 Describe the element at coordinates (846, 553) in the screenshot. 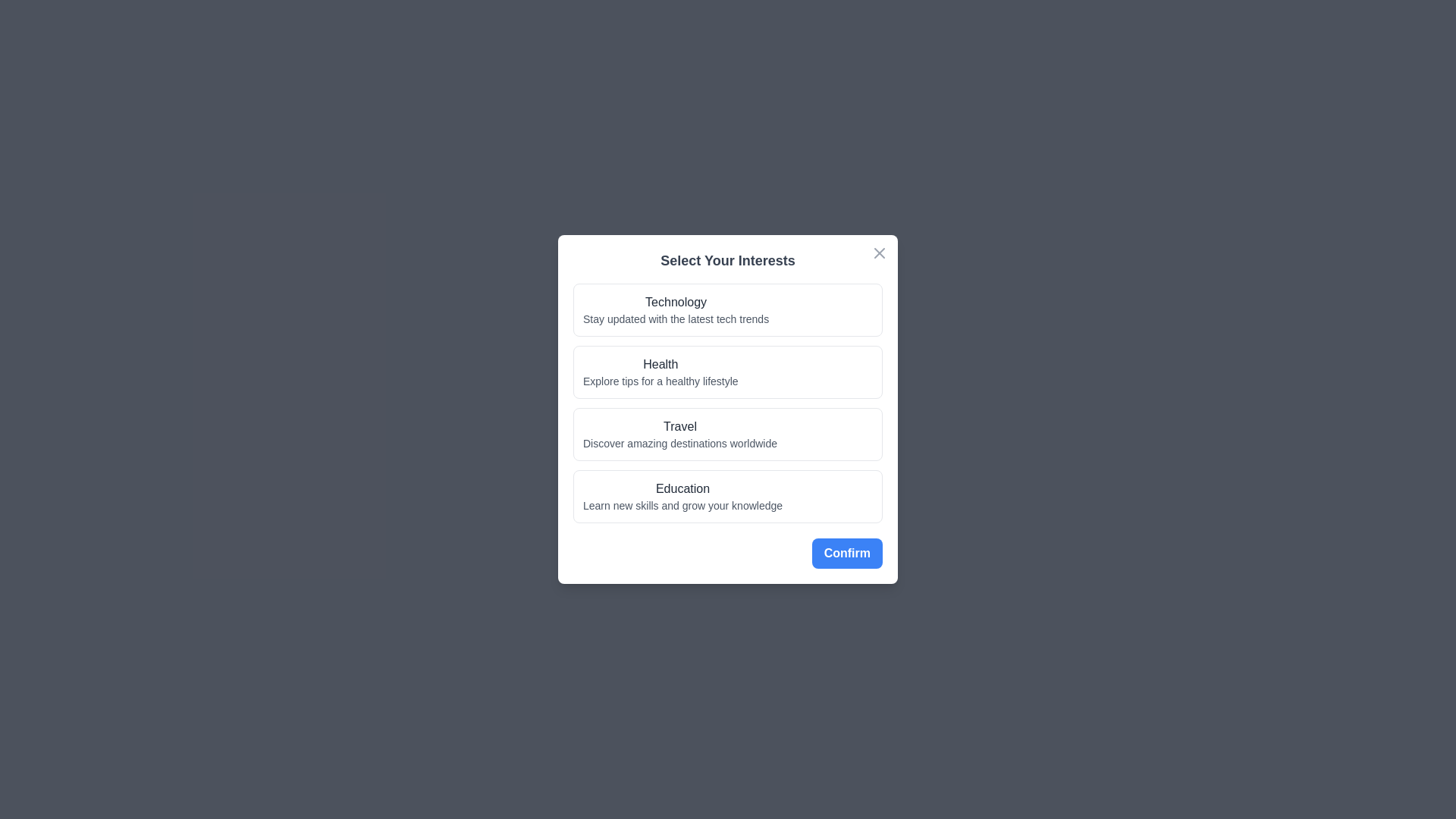

I see `the confirm button to submit the selected interests` at that location.